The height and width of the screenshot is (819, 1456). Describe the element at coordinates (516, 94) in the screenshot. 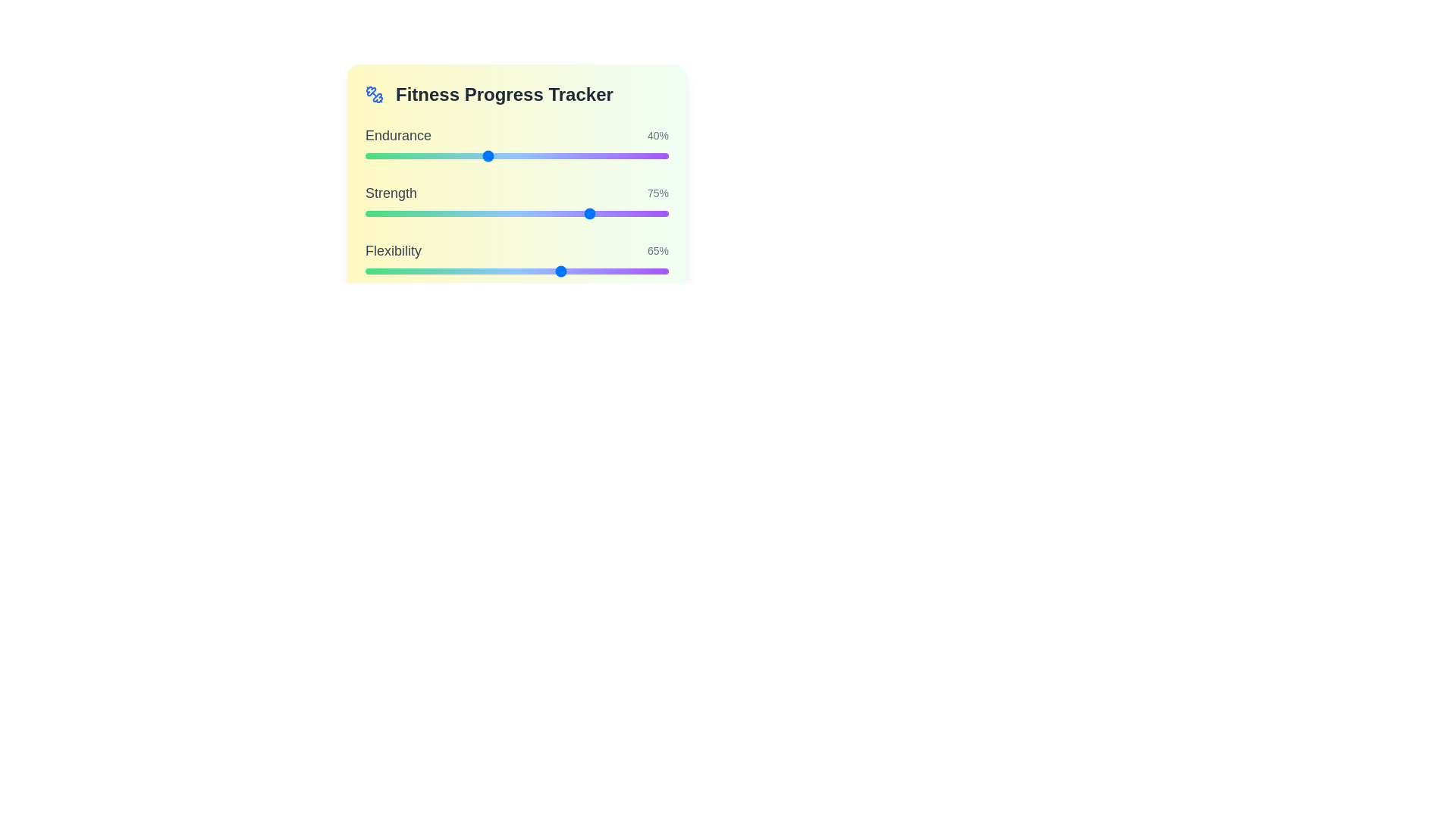

I see `the section labeled` at that location.